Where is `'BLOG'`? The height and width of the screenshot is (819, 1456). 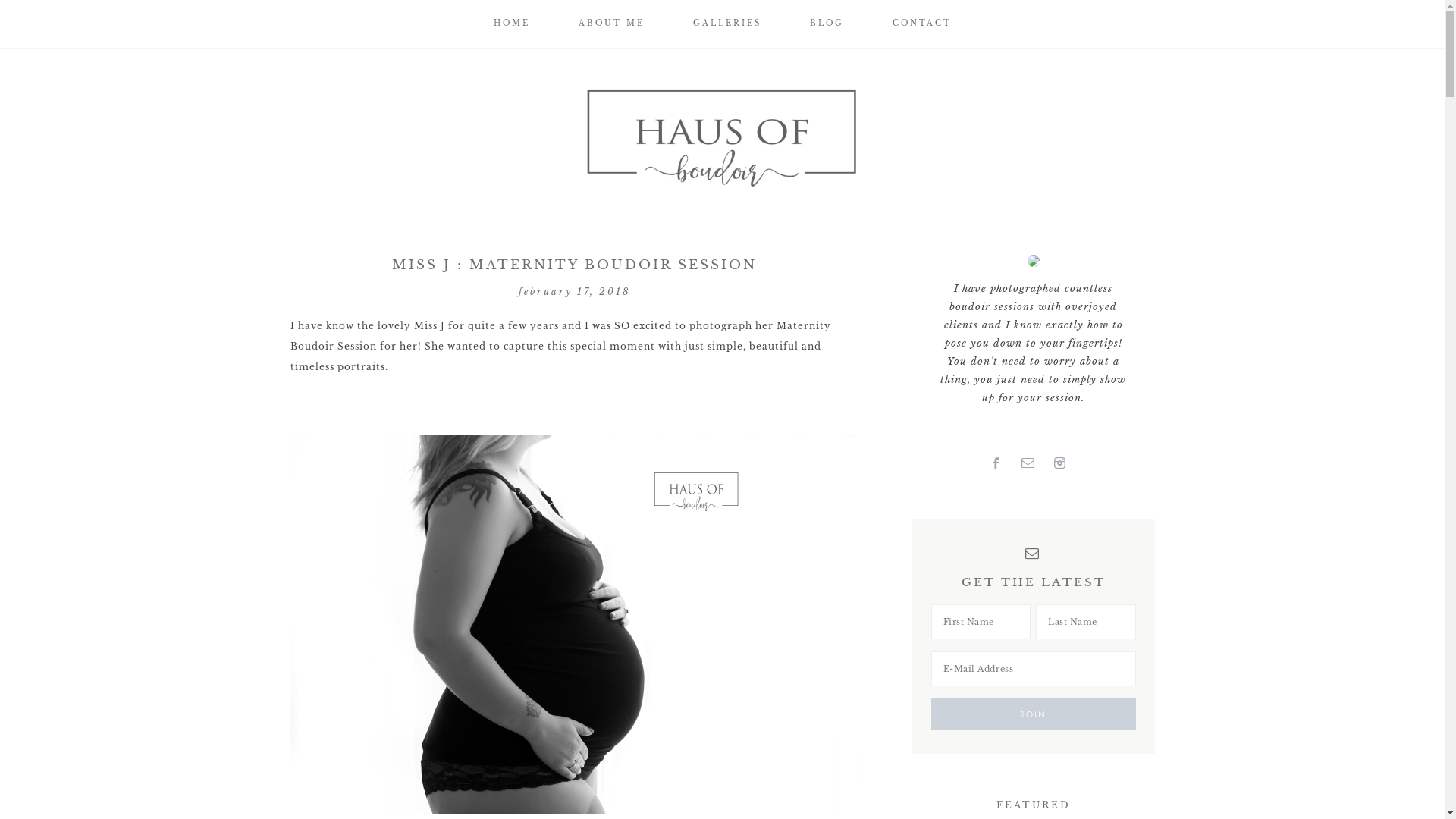 'BLOG' is located at coordinates (786, 24).